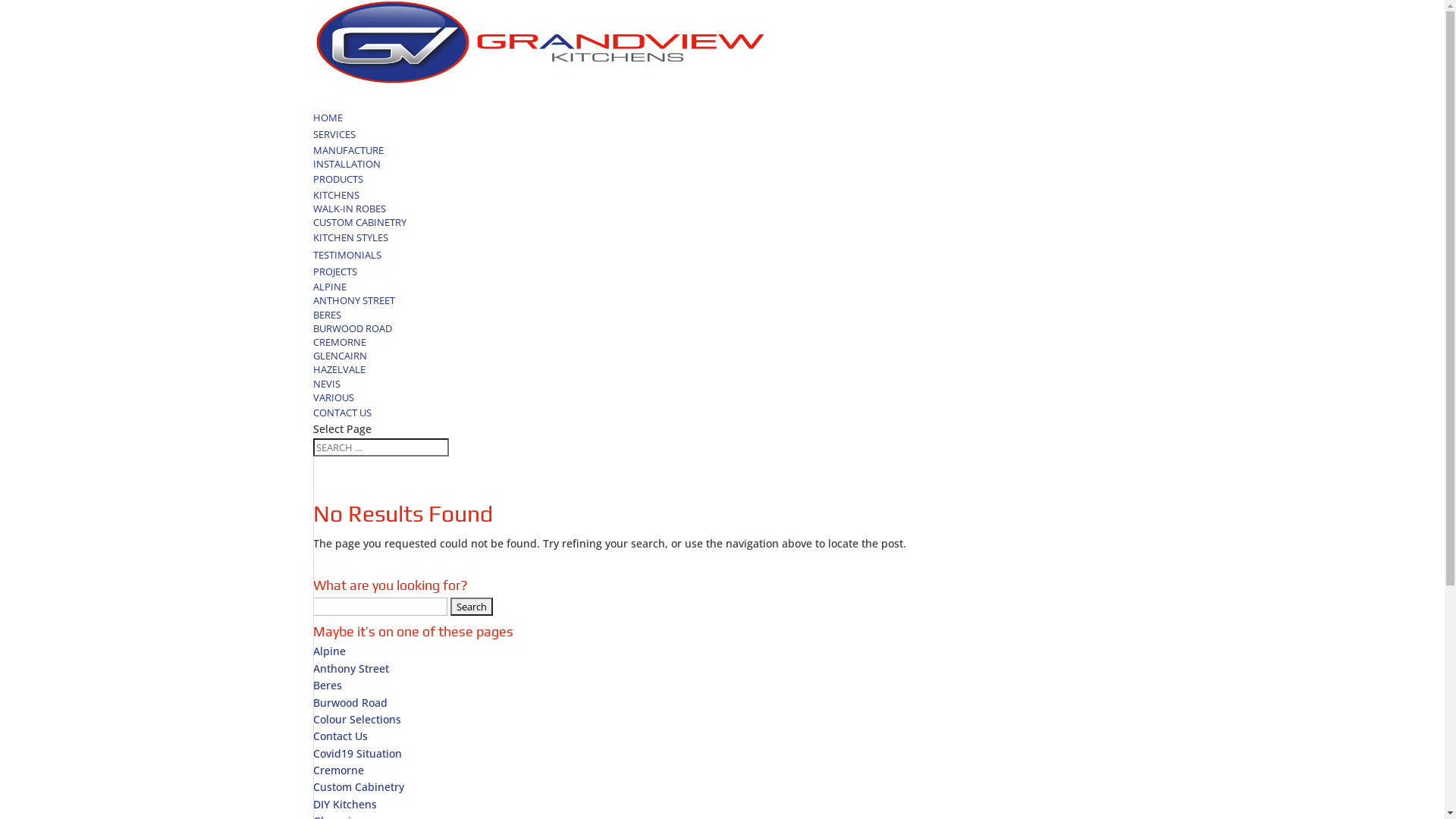  I want to click on 'BURWOOD ROAD', so click(312, 327).